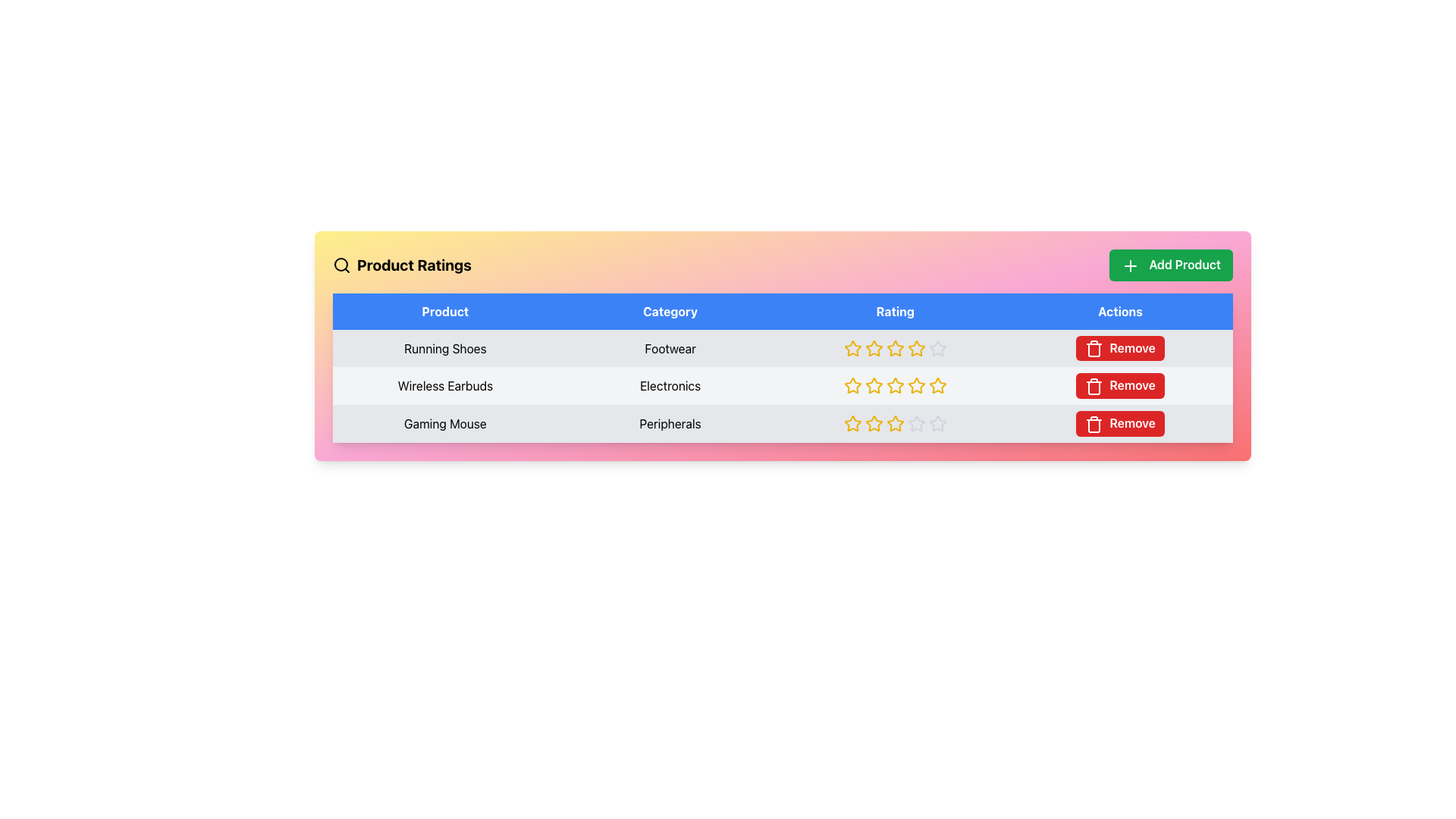  Describe the element at coordinates (895, 385) in the screenshot. I see `the non-interactive Rating display element located in the third column of the second row of the product table, which visually displays the rating of an item` at that location.